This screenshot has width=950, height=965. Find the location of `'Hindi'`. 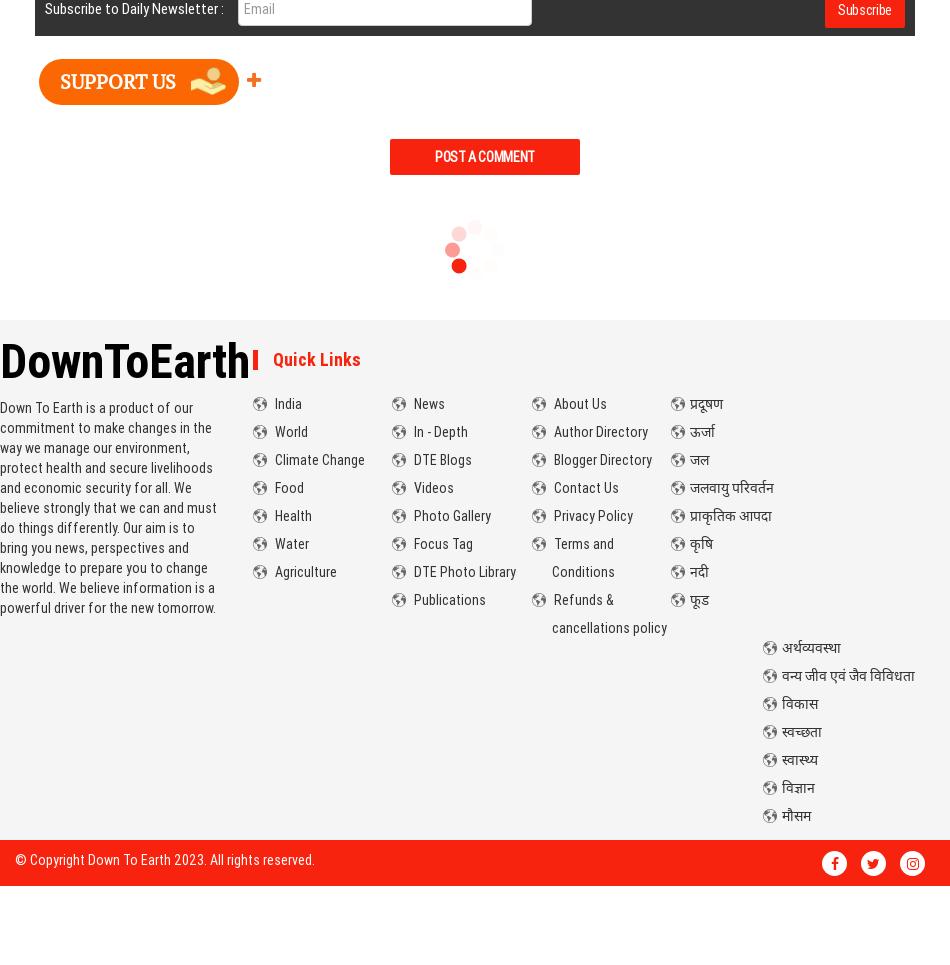

'Hindi' is located at coordinates (710, 359).